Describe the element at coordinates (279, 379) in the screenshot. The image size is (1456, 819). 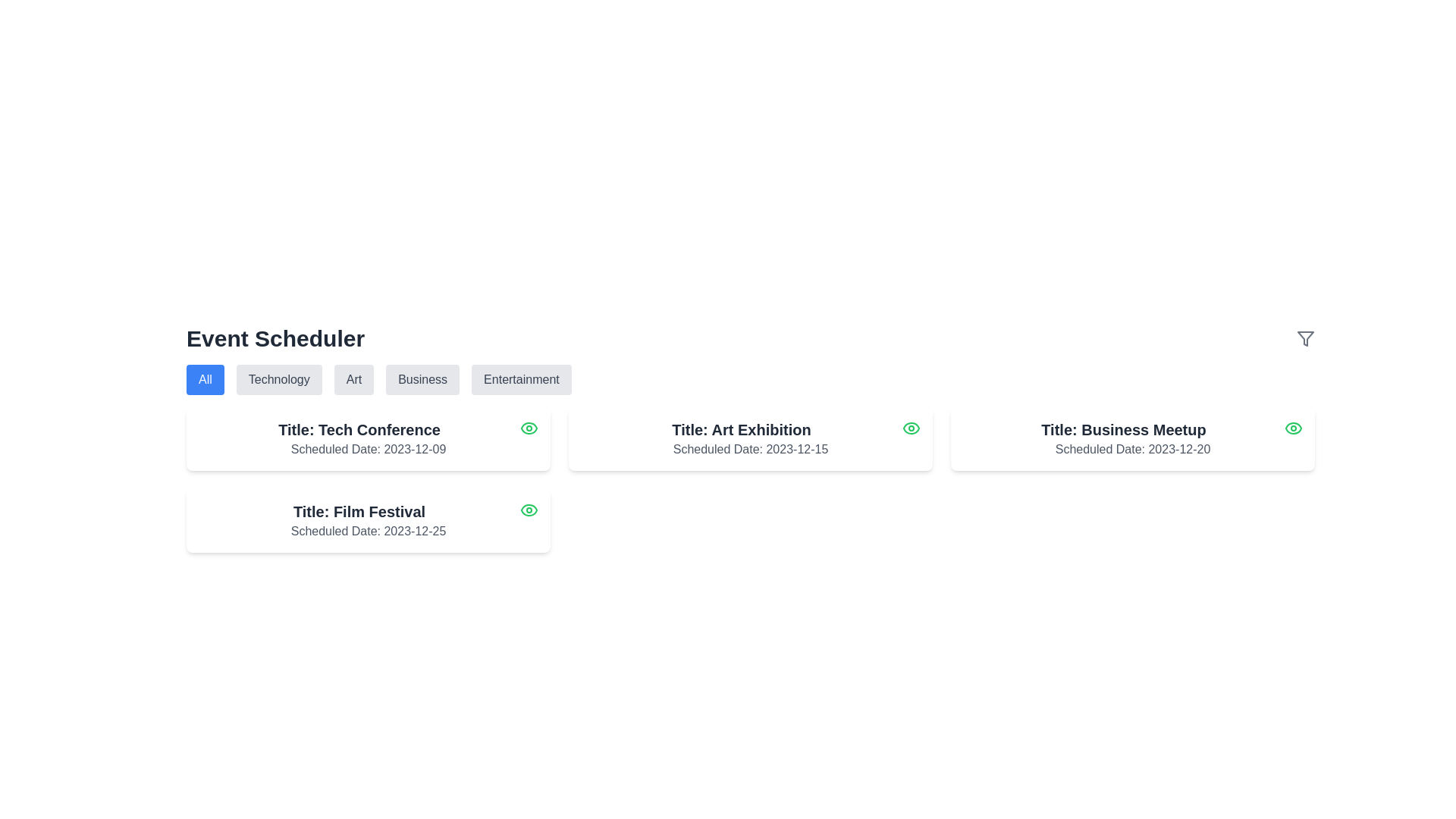
I see `the 'Technology' filter button located immediately to the right of the 'All' button in the Event Scheduler interface` at that location.